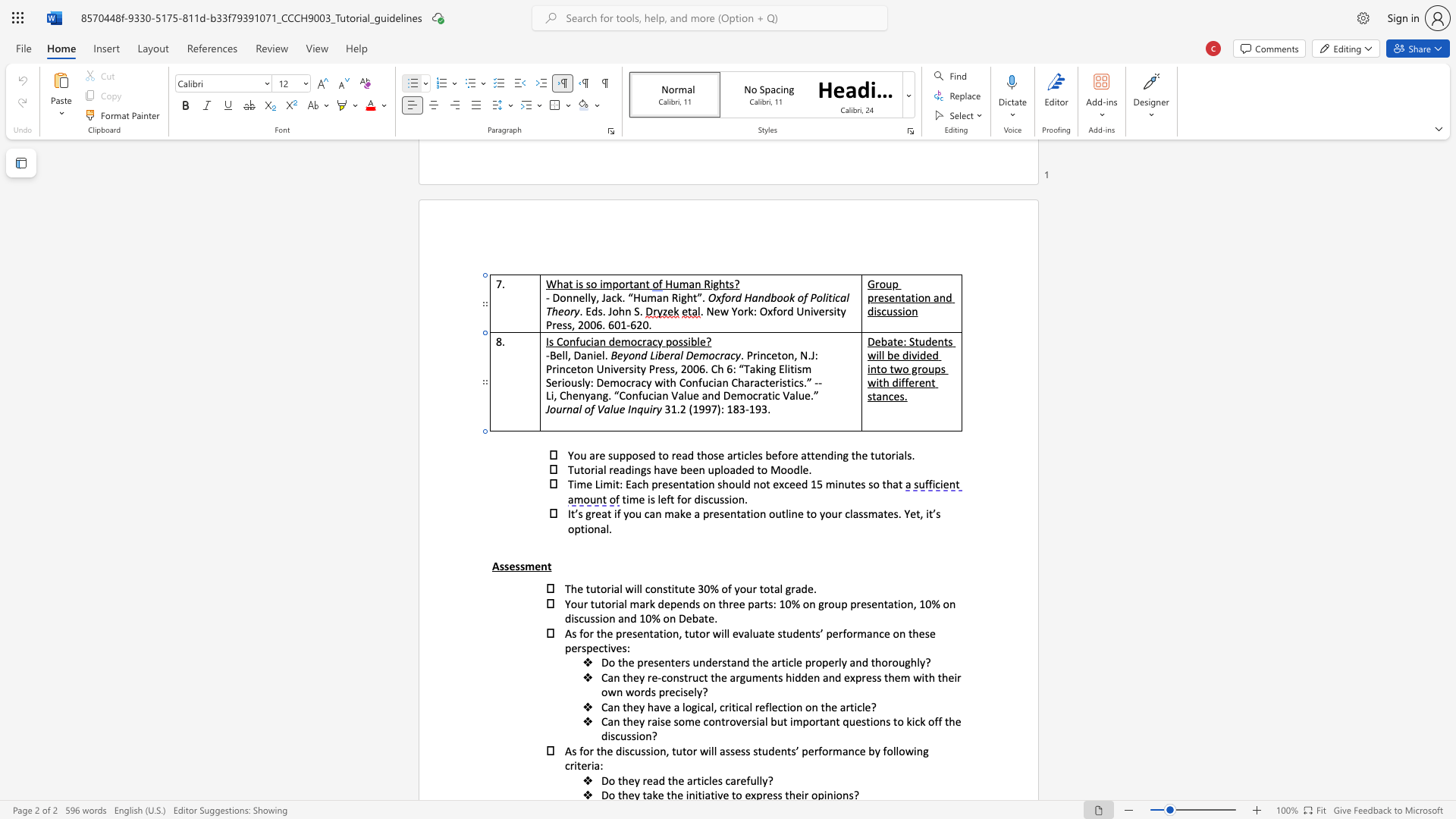 This screenshot has width=1456, height=819. Describe the element at coordinates (926, 632) in the screenshot. I see `the 5th character "s" in the text` at that location.